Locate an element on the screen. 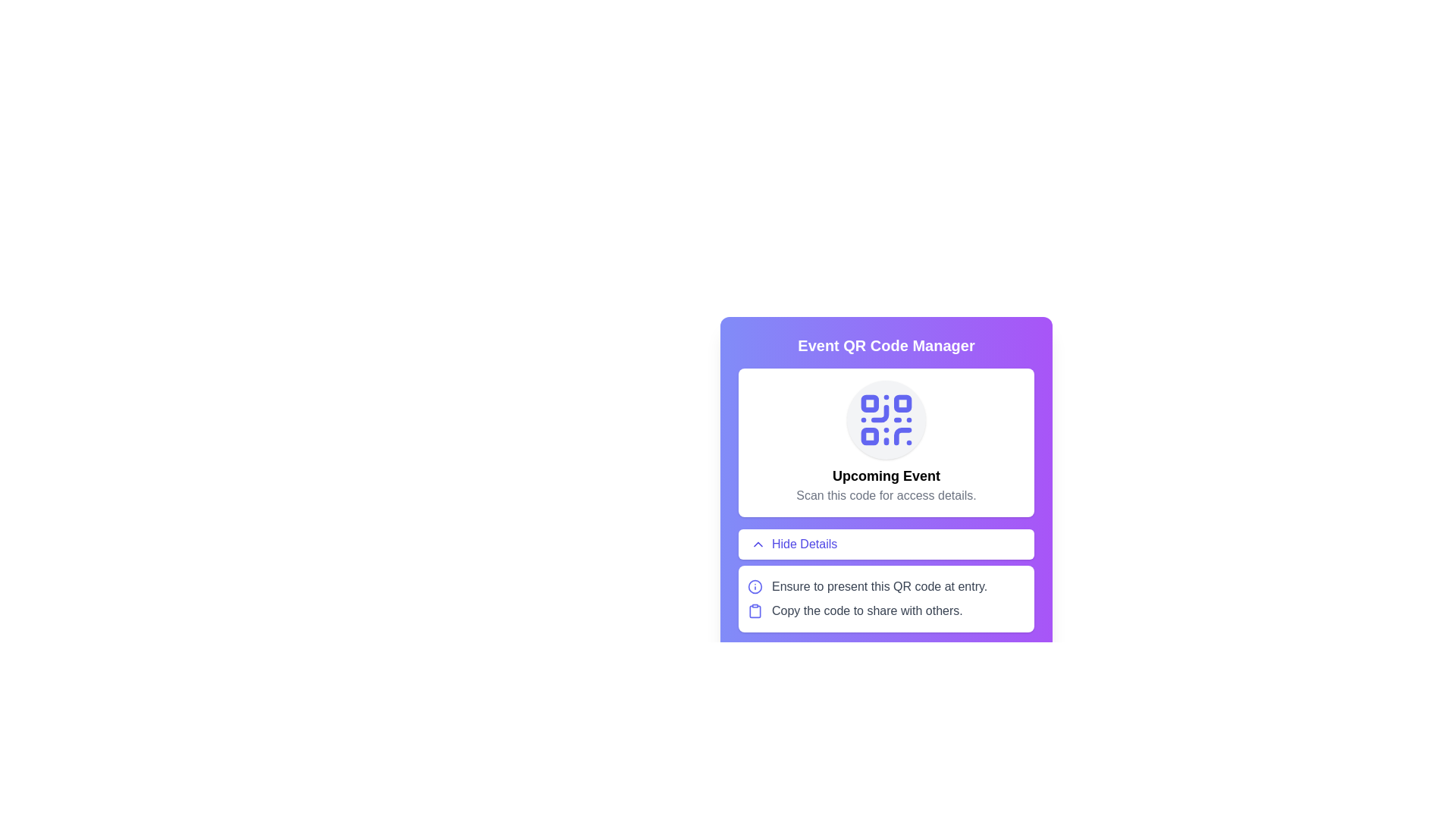 Image resolution: width=1456 pixels, height=819 pixels. the second square from the top-left corner of the QR code group, which is represented as an SVG rectangle and is part of a 3x3 grid layout is located at coordinates (902, 403).